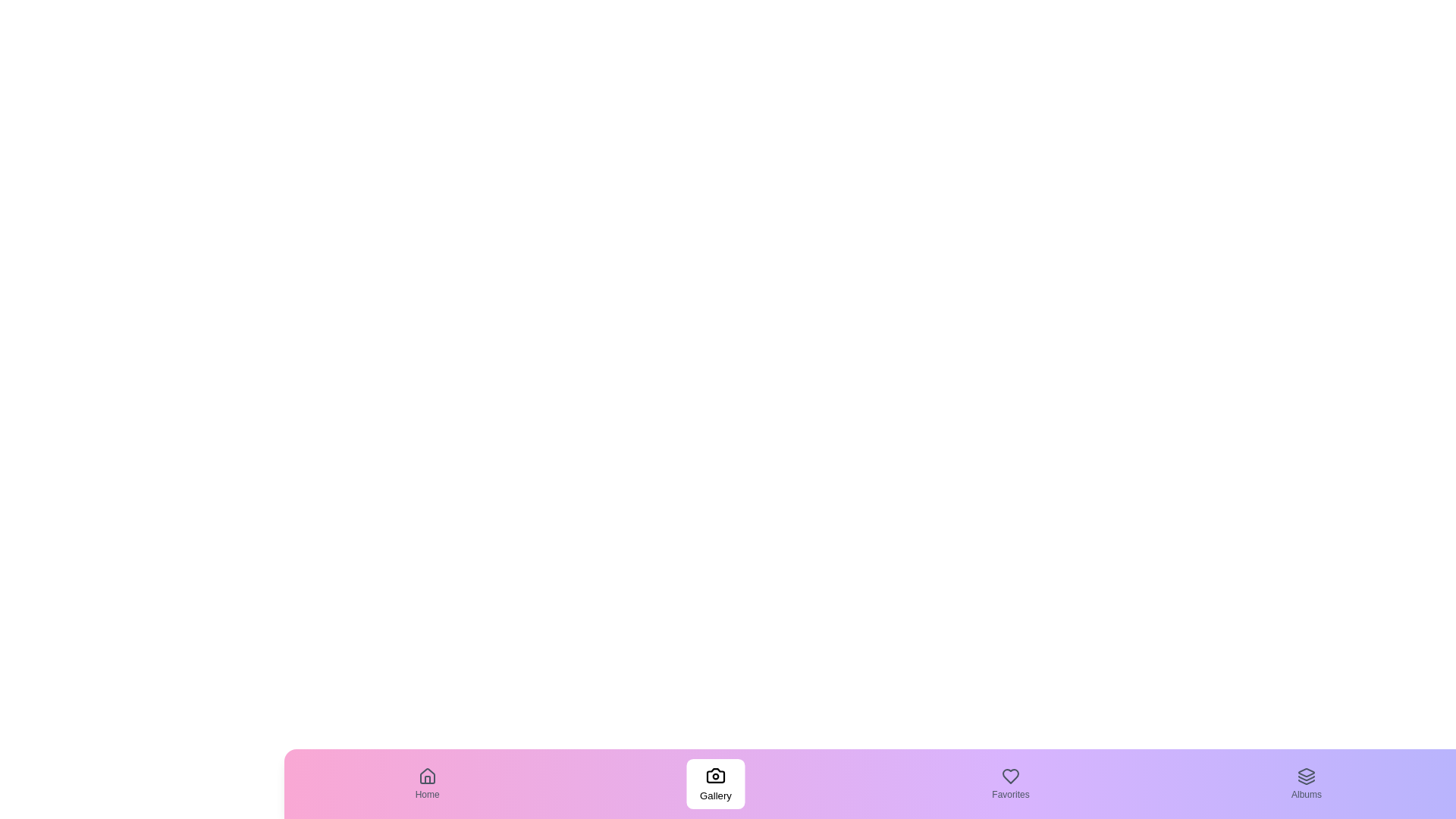  I want to click on the tab labeled Albums to observe its hover effect, so click(1306, 783).